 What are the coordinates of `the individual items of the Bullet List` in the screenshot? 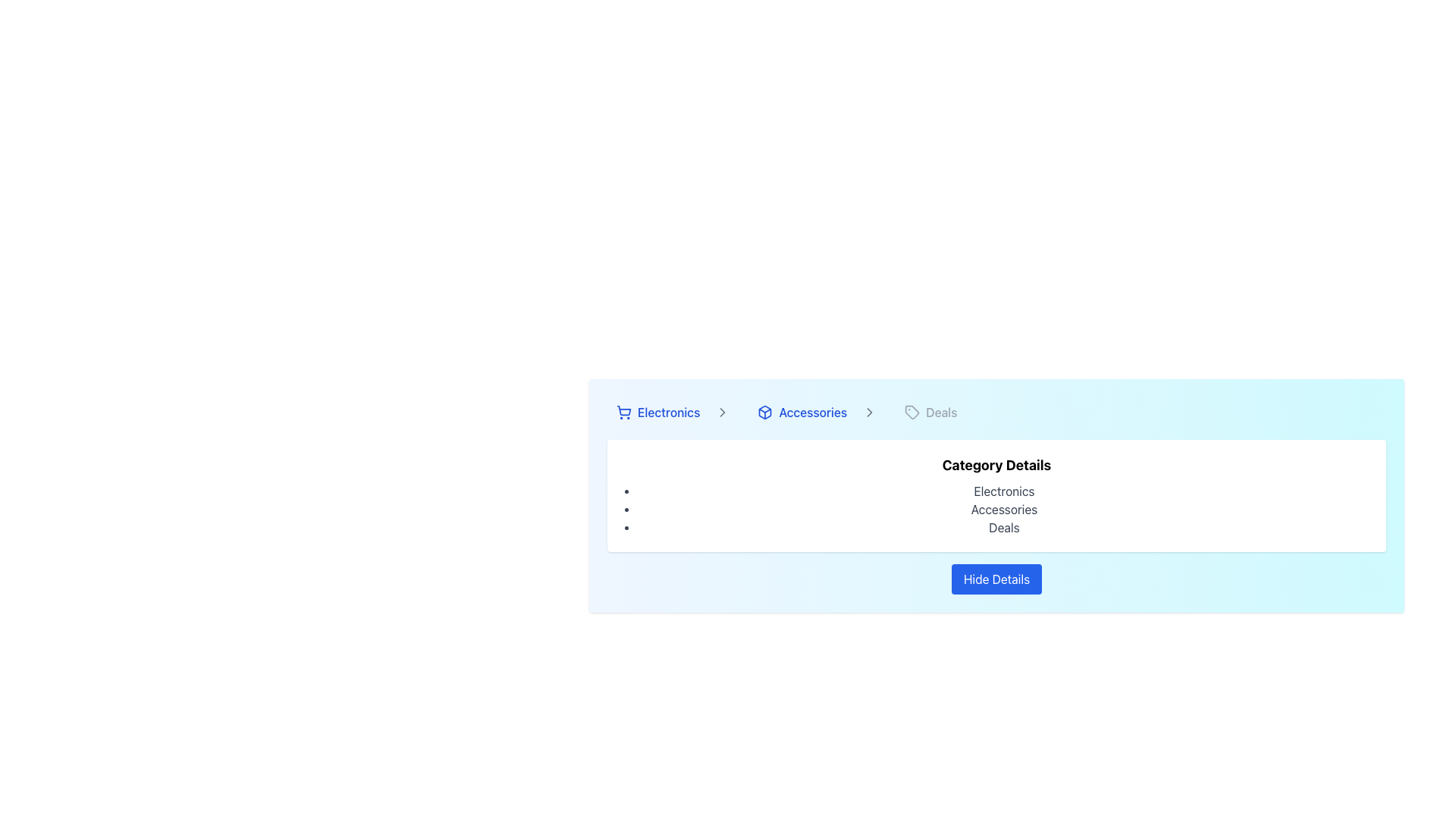 It's located at (1004, 509).